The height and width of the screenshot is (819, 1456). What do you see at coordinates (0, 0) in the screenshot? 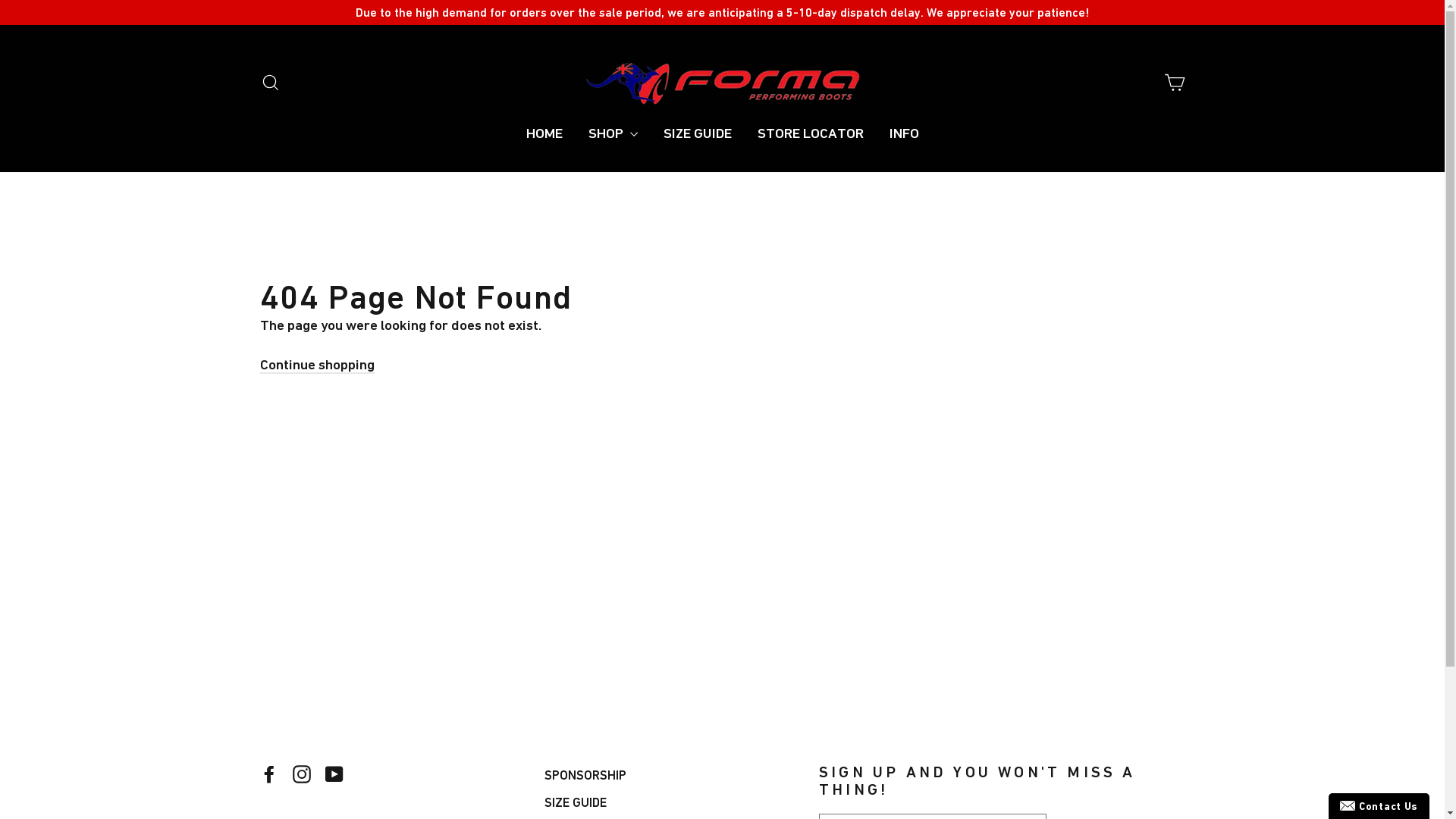
I see `'Skip to content'` at bounding box center [0, 0].